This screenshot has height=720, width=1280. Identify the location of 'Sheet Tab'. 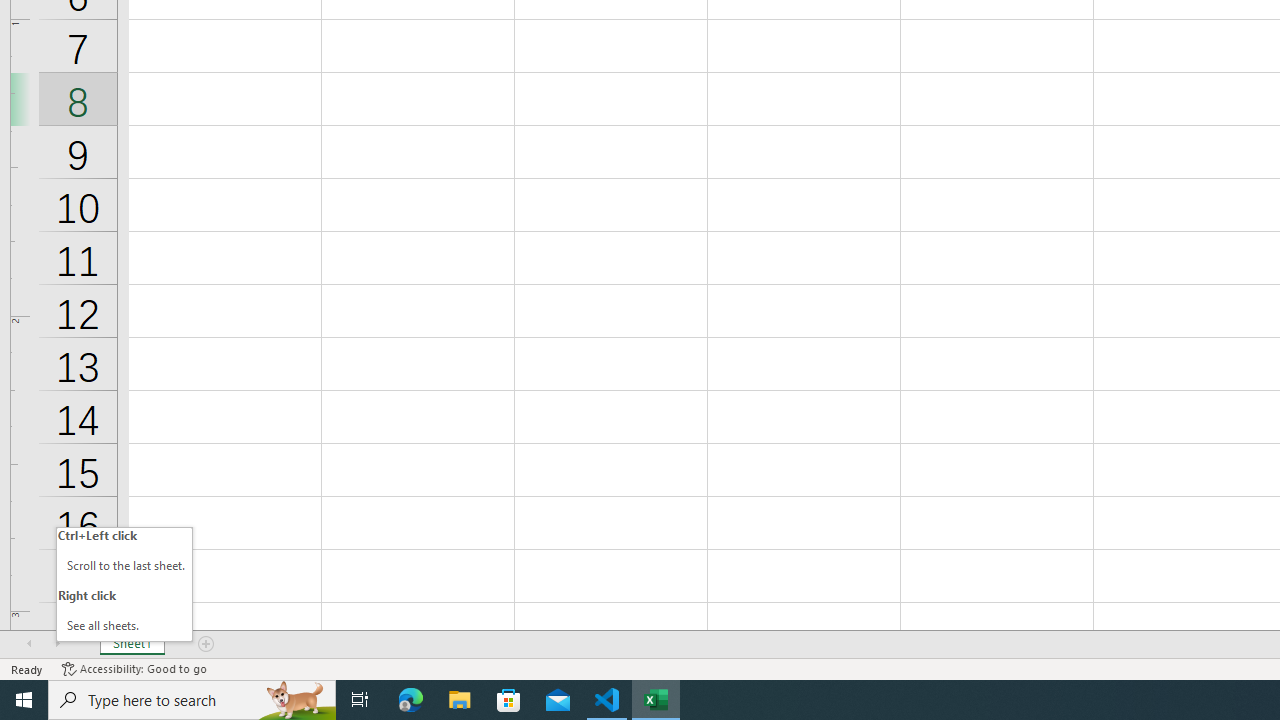
(131, 644).